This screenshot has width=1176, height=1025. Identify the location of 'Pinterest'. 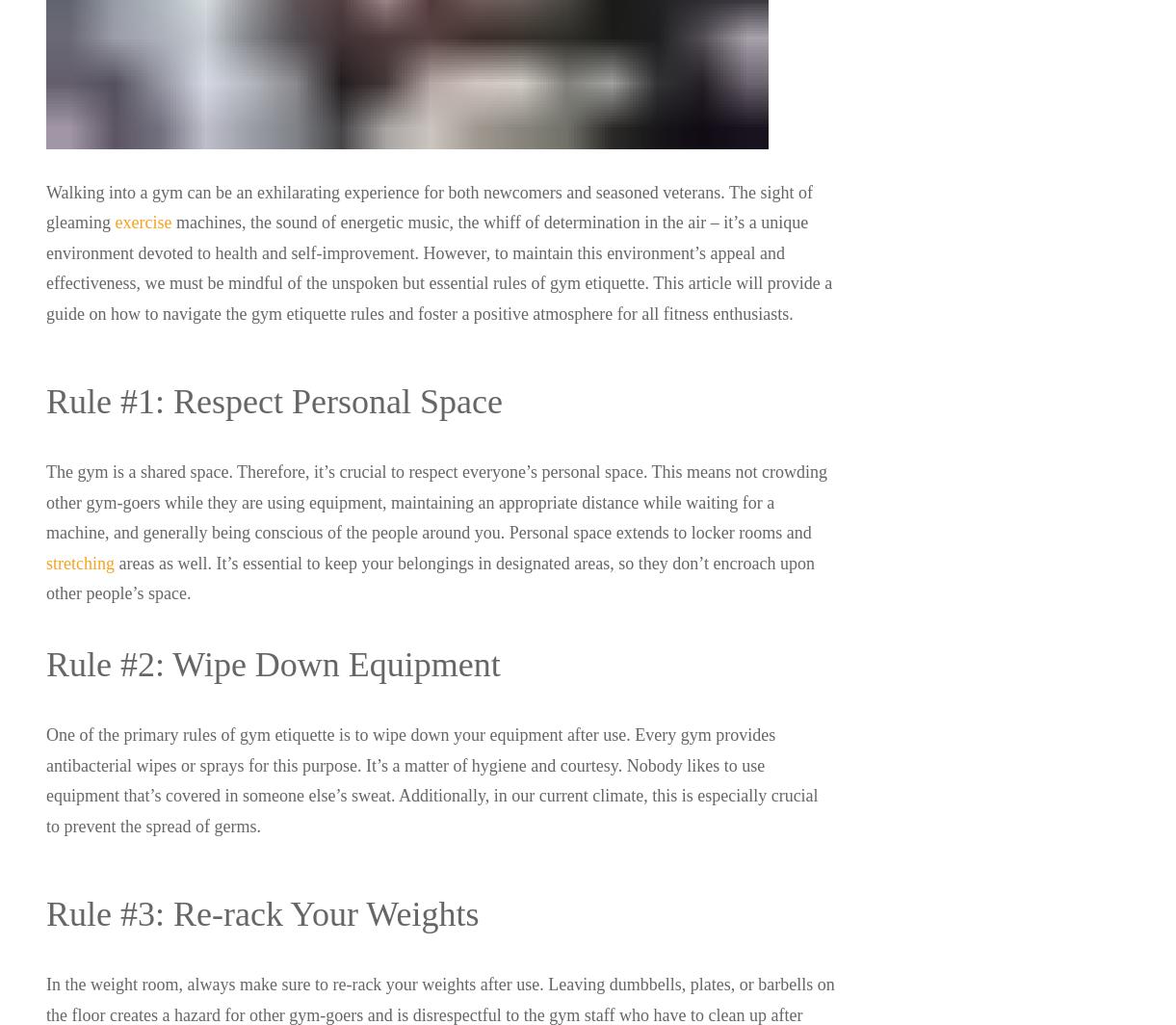
(1032, 819).